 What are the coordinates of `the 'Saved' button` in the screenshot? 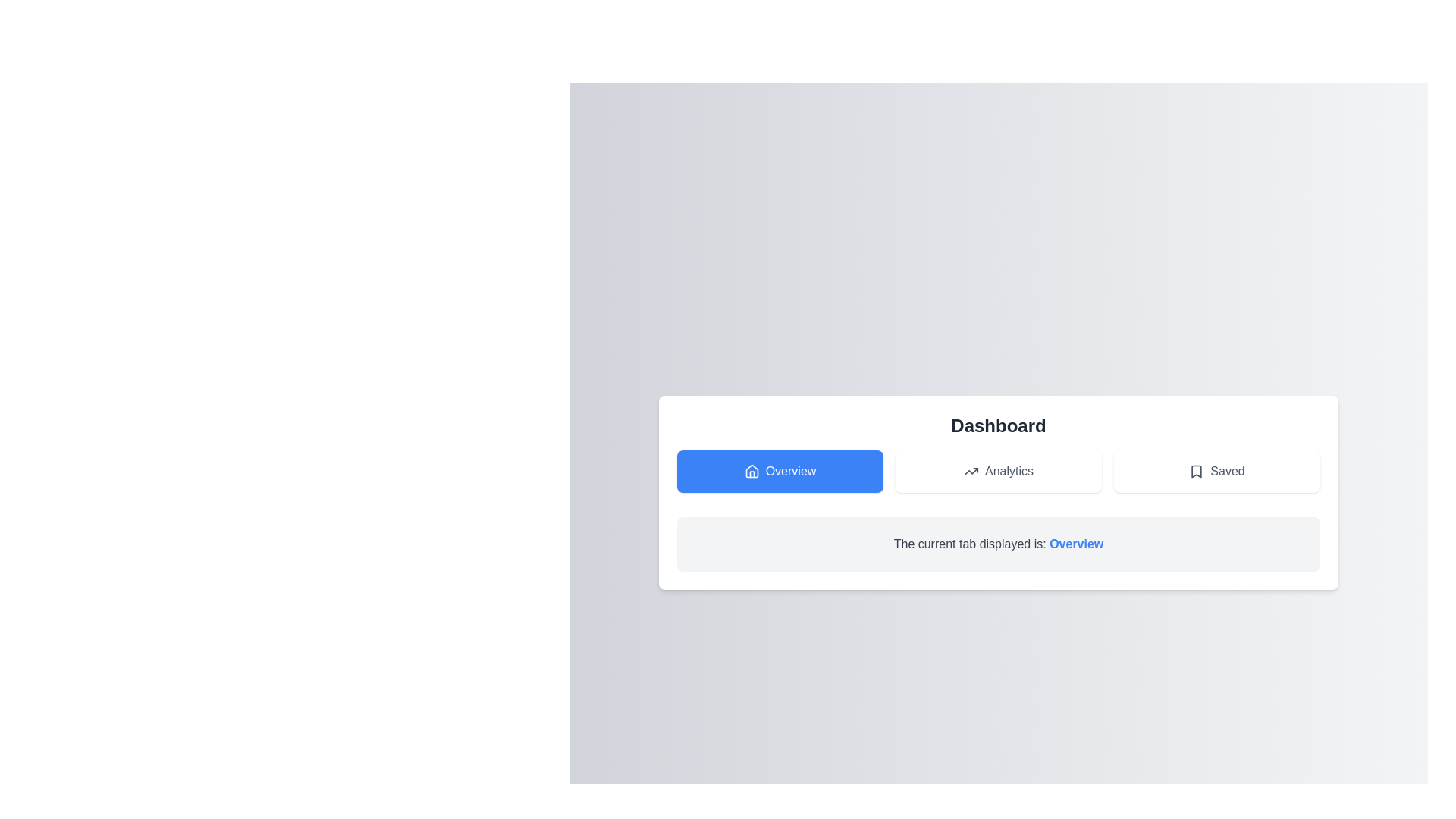 It's located at (1216, 470).